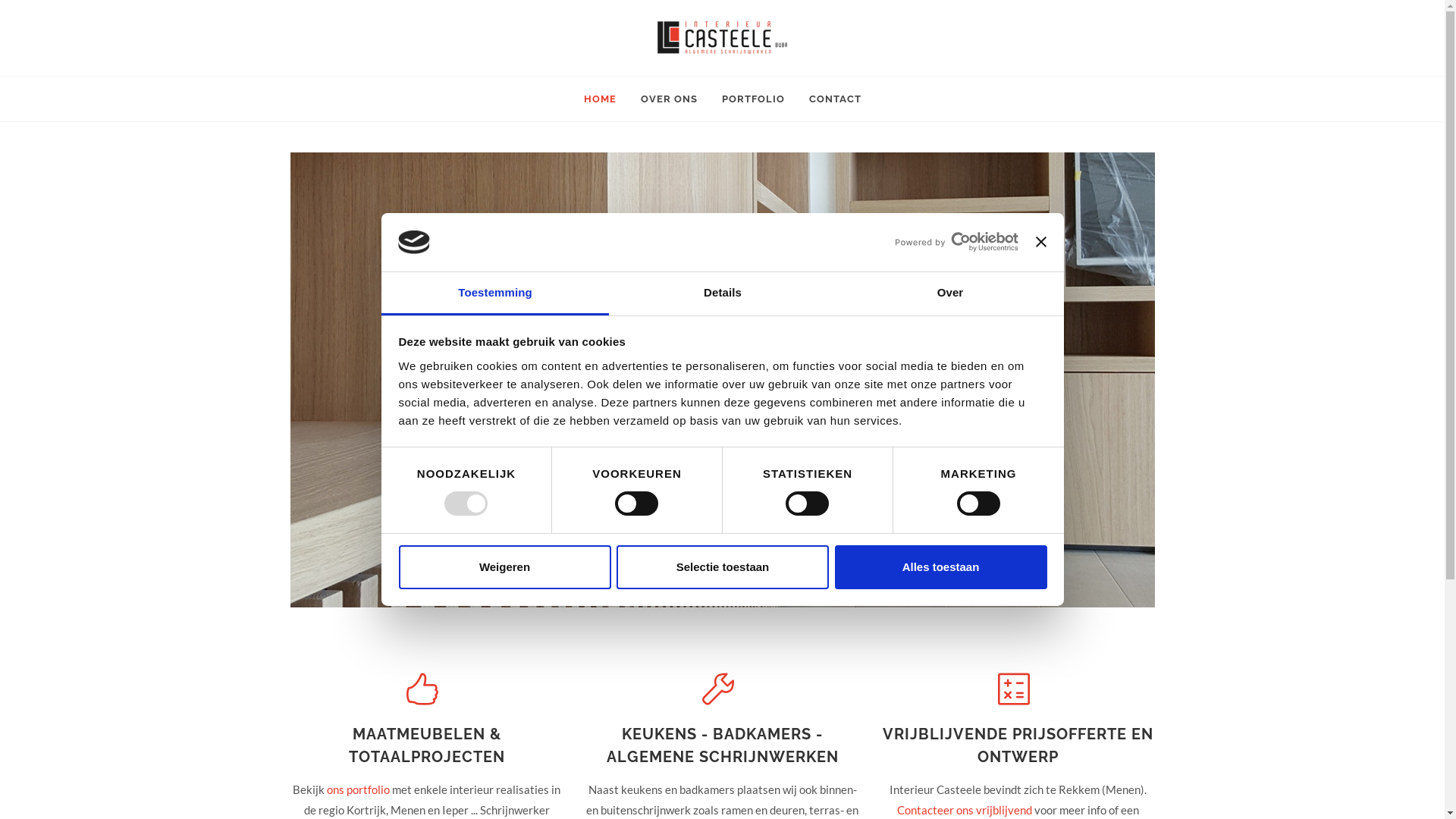  I want to click on 'PORTFOLIO', so click(752, 99).